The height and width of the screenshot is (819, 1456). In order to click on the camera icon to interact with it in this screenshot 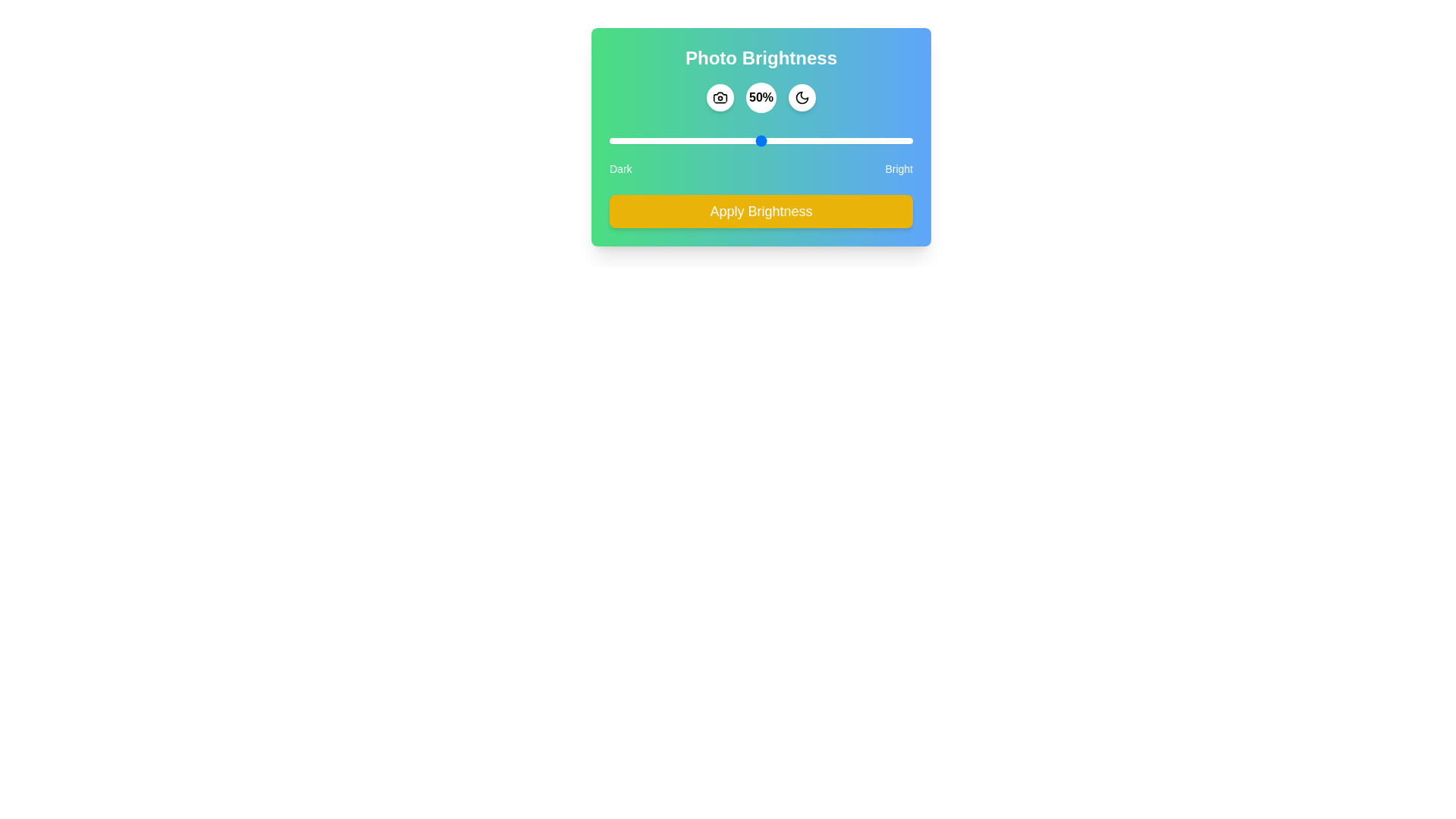, I will do `click(720, 97)`.